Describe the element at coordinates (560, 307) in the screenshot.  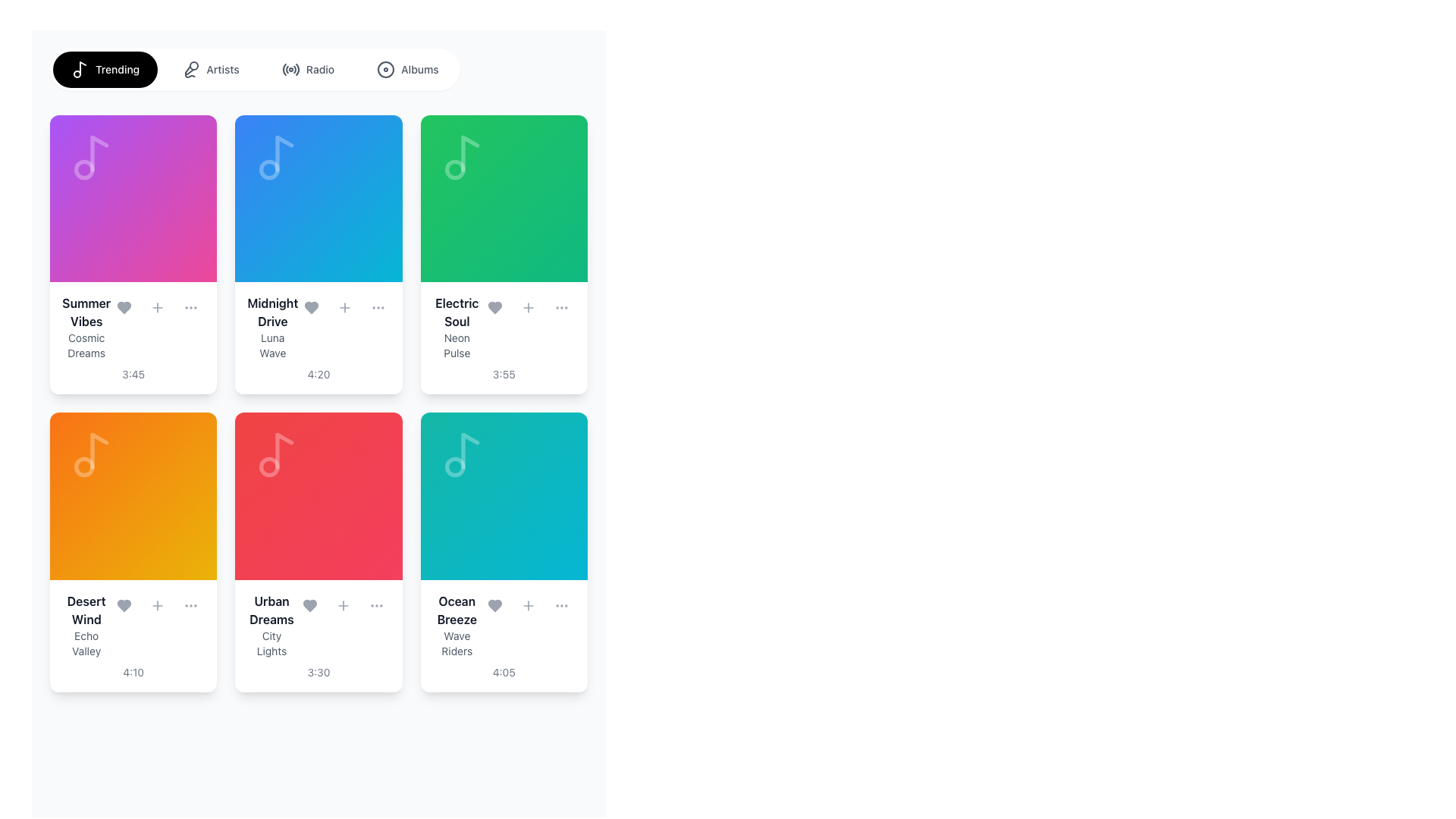
I see `the rightmost interactive icon in the controls section of the 'Electric Soul' track` at that location.